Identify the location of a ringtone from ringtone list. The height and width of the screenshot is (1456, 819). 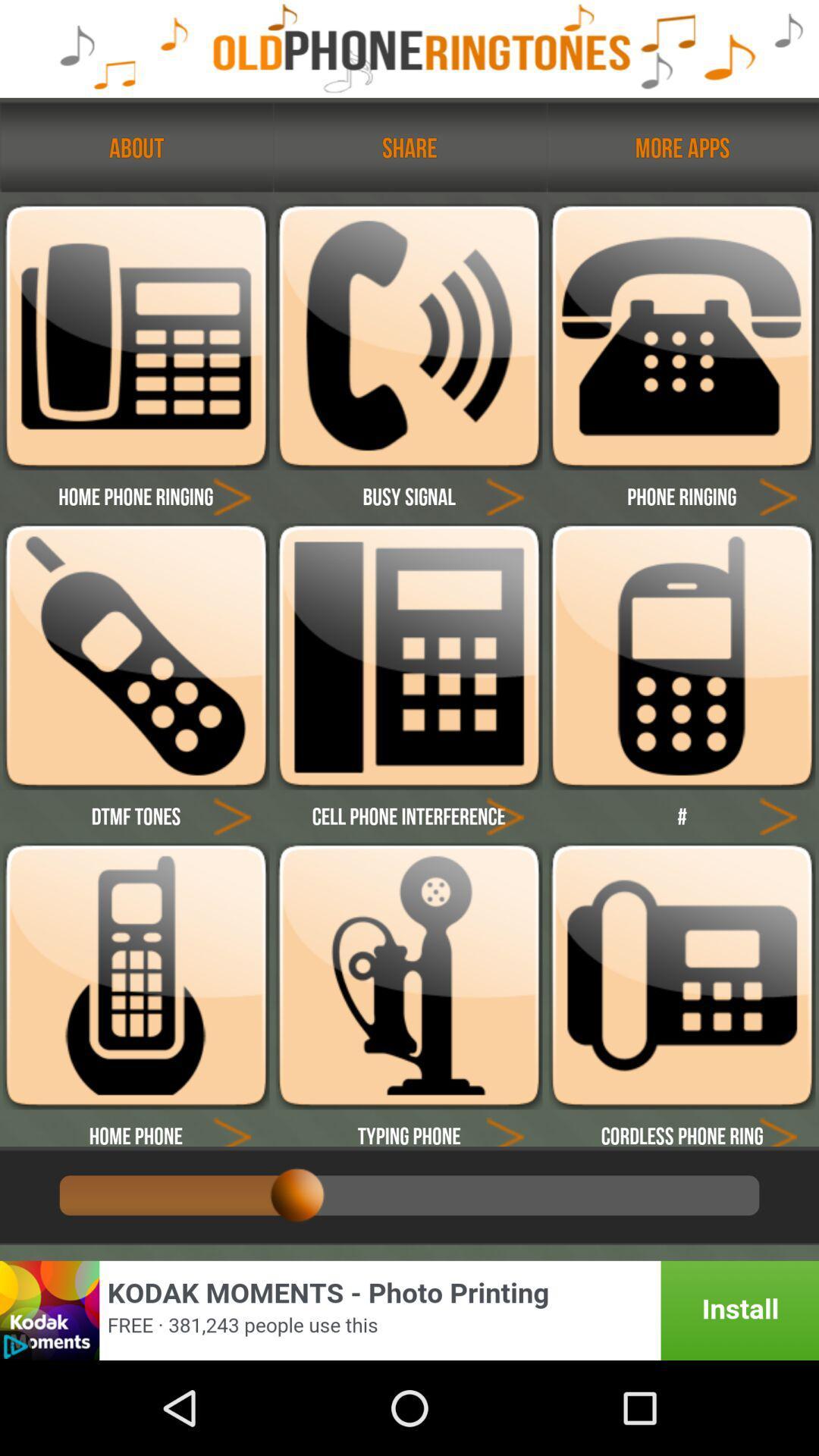
(681, 656).